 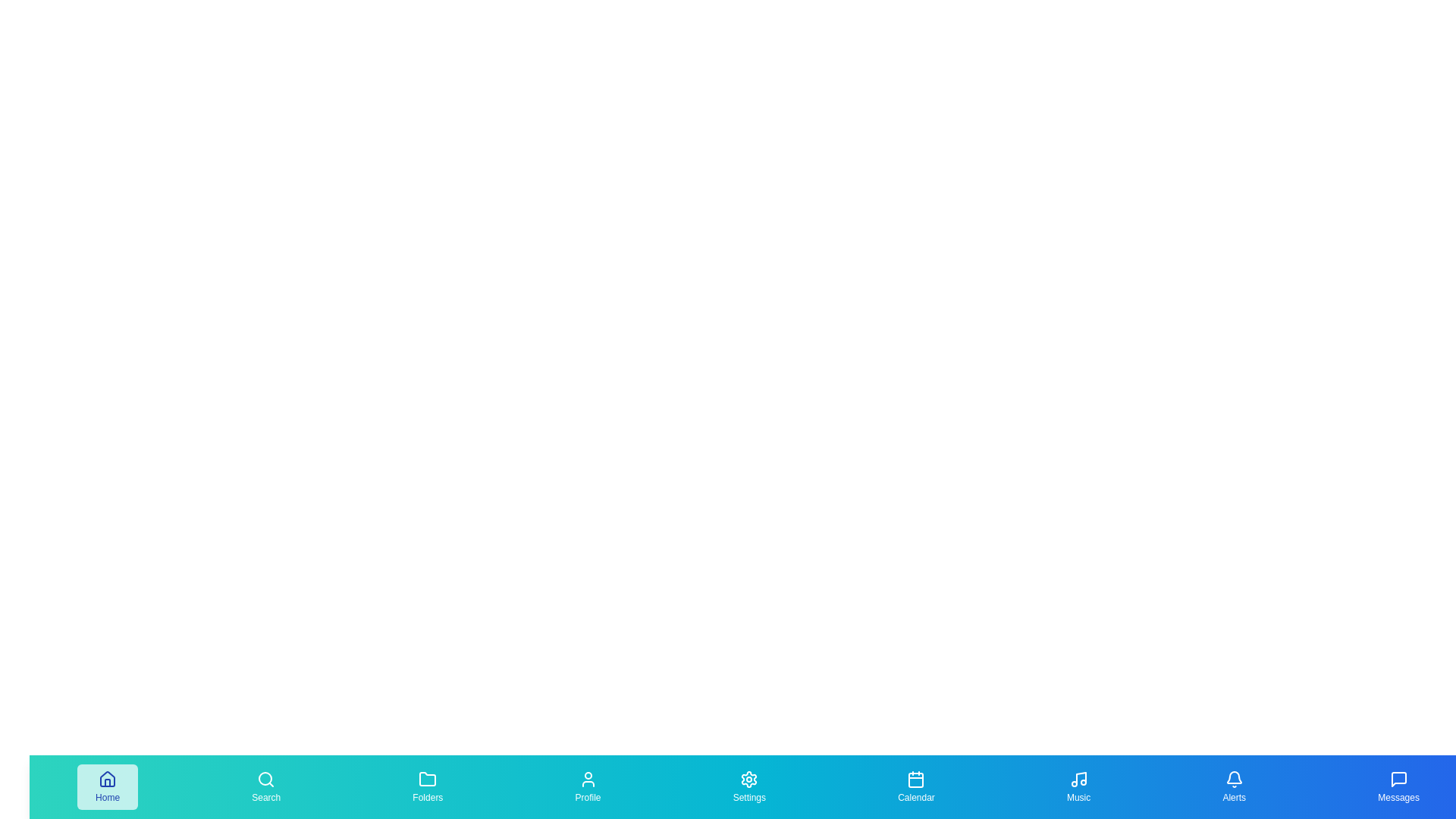 I want to click on the 'Music' tab in the bottom navigation bar, so click(x=1078, y=786).